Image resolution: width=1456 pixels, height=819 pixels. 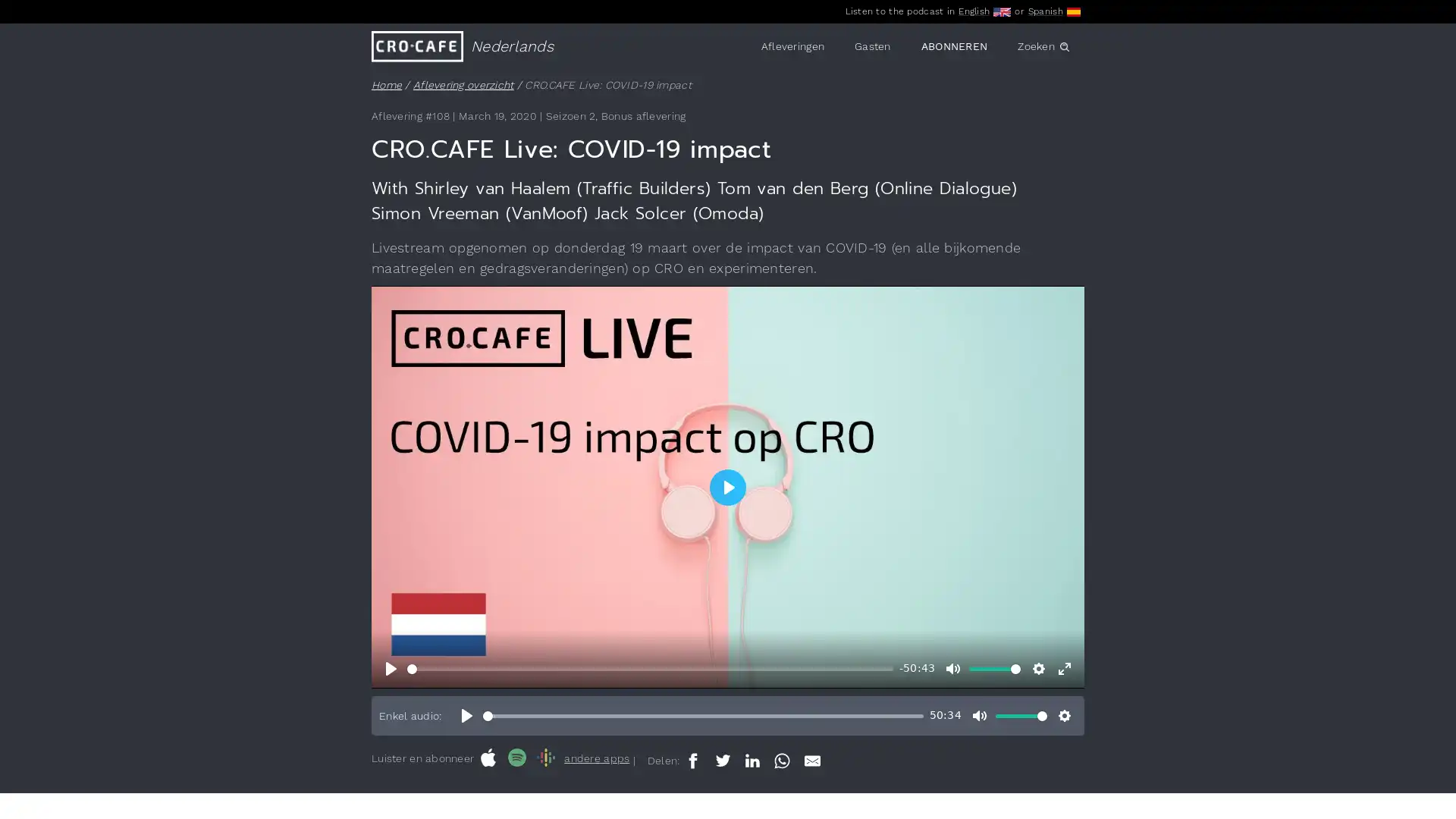 I want to click on Play, COVID 19 & CRO, so click(x=728, y=486).